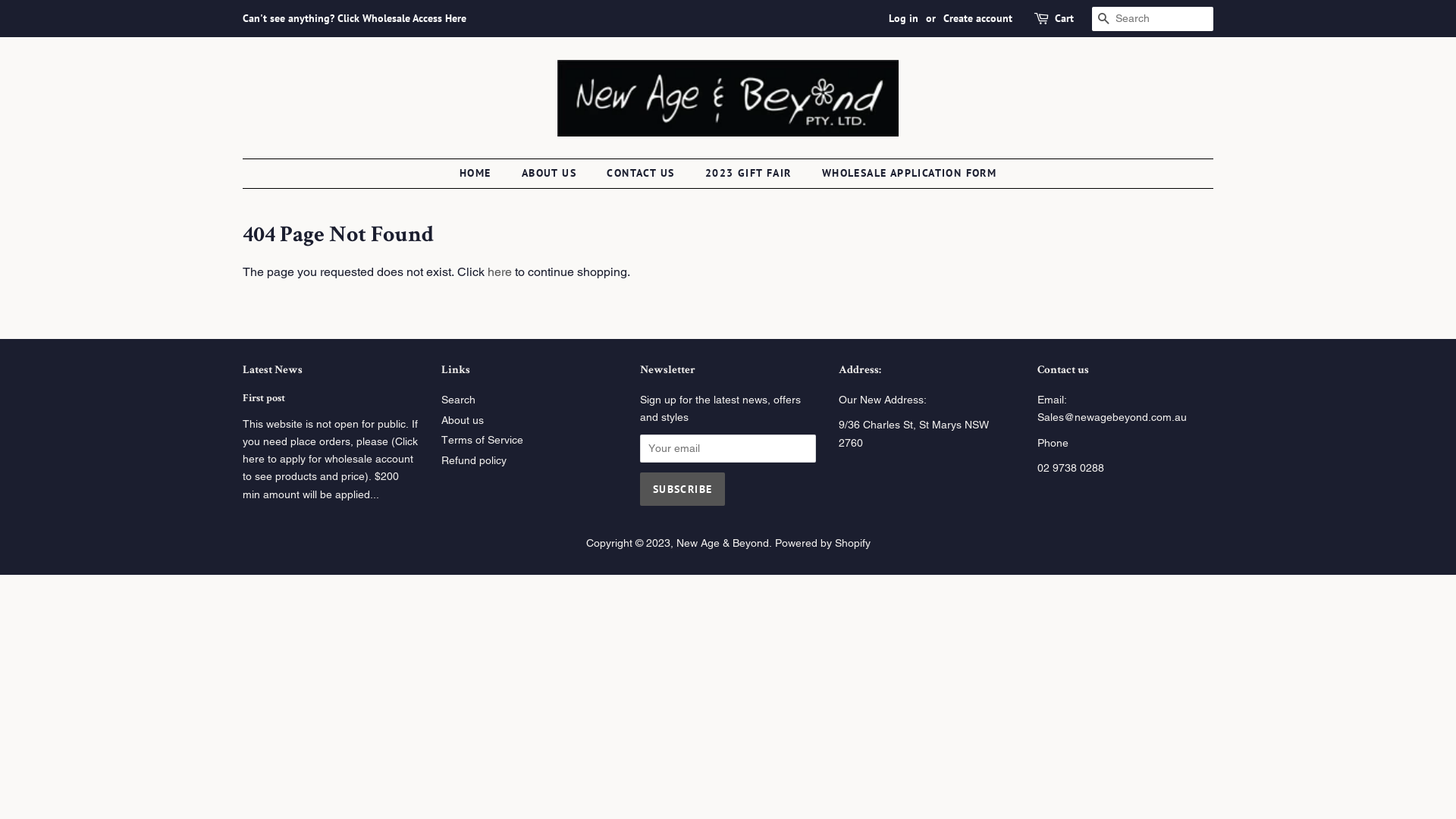  I want to click on 'Terms of Service', so click(481, 439).